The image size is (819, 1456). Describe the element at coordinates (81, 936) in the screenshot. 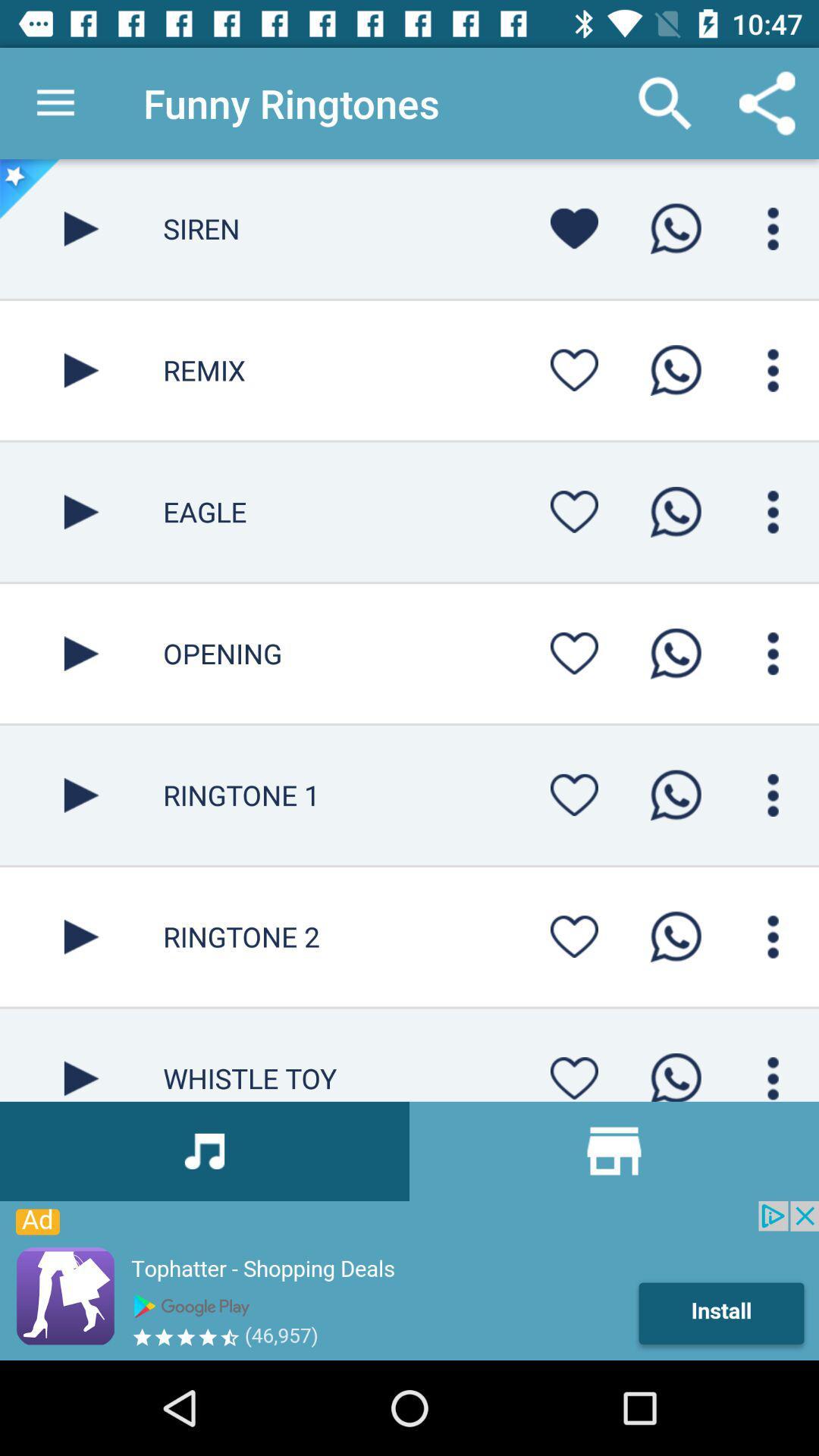

I see `selected ringtone` at that location.